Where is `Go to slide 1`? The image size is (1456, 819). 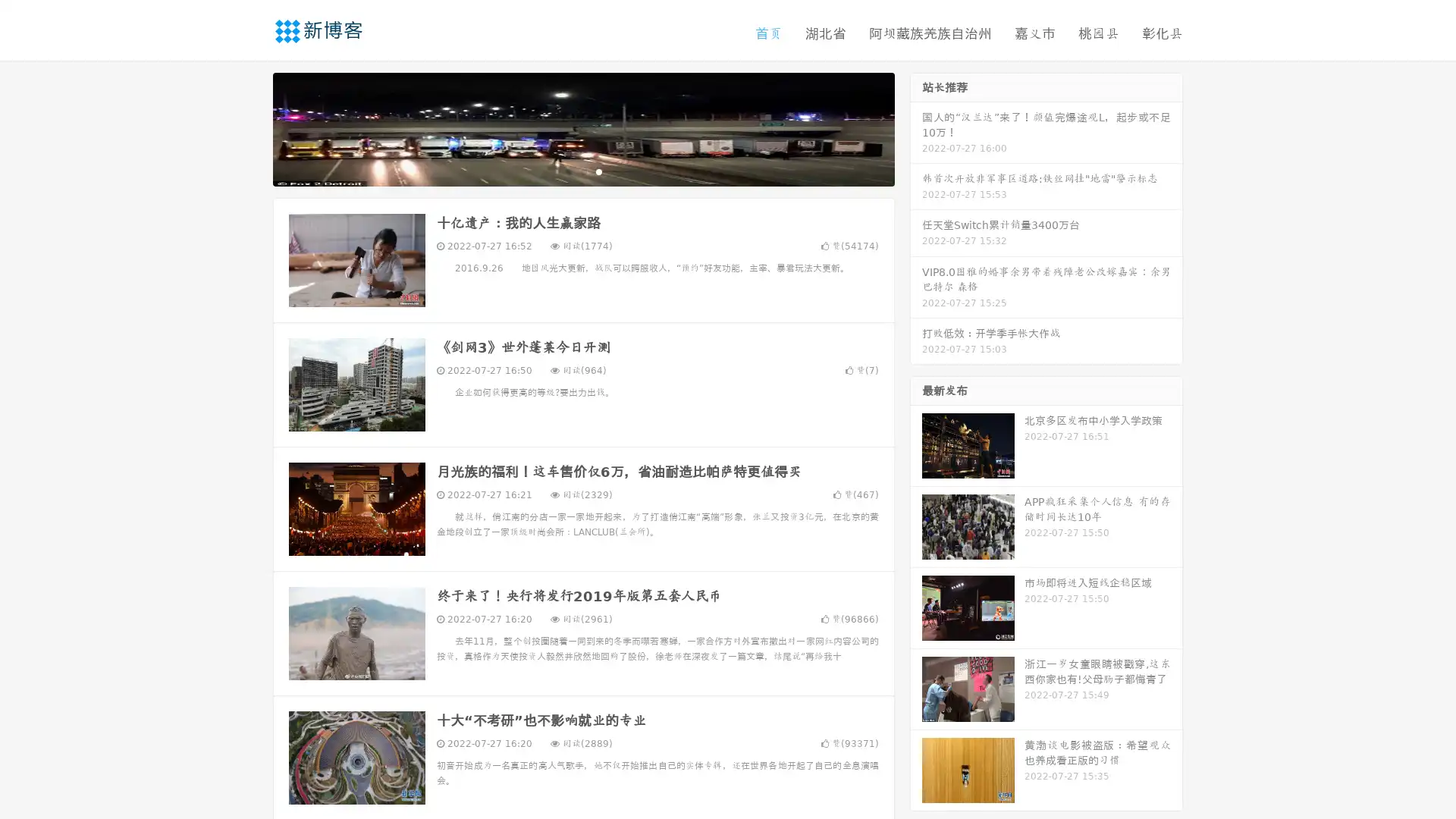 Go to slide 1 is located at coordinates (567, 171).